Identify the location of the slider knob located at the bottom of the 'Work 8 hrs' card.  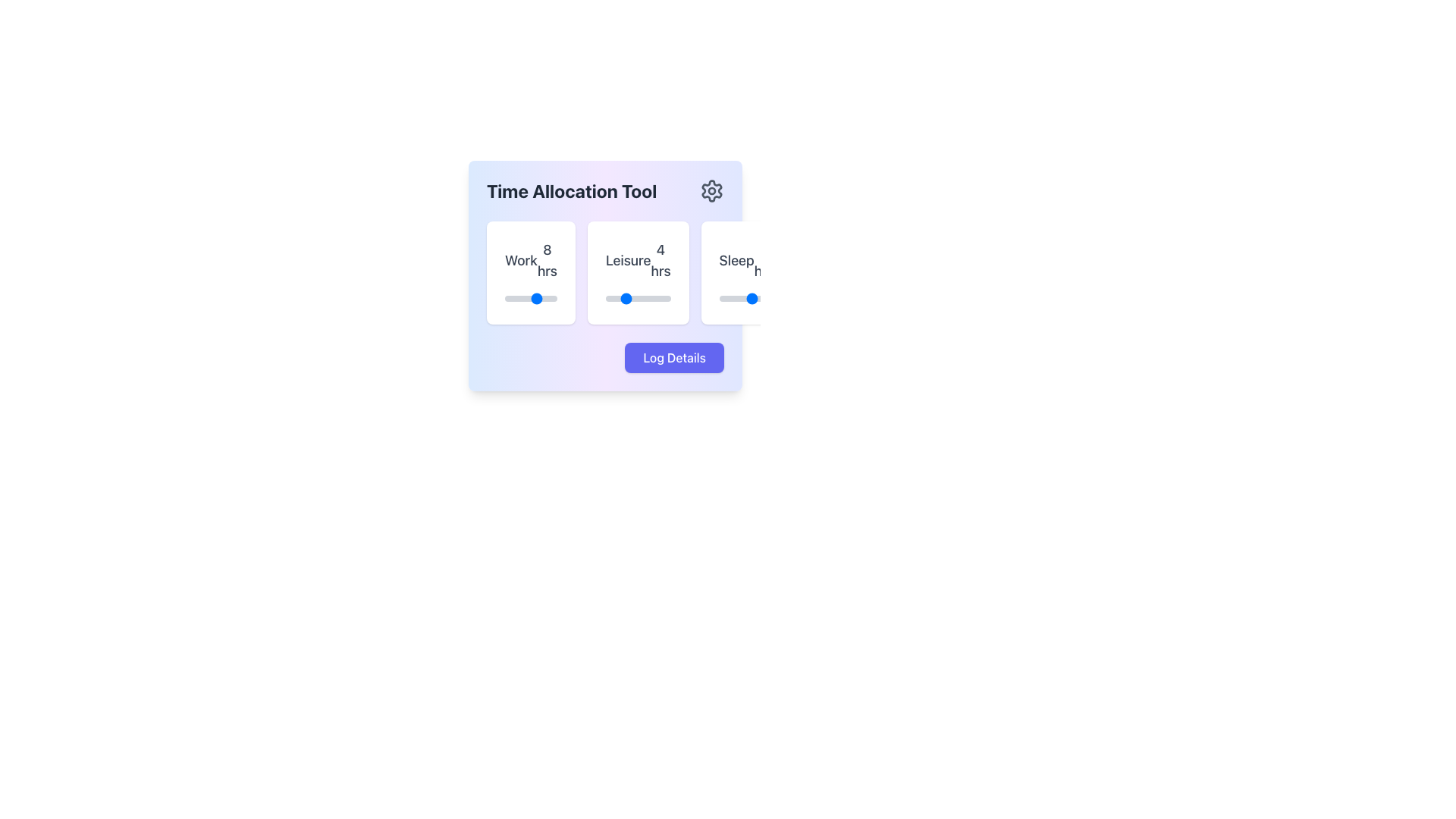
(531, 298).